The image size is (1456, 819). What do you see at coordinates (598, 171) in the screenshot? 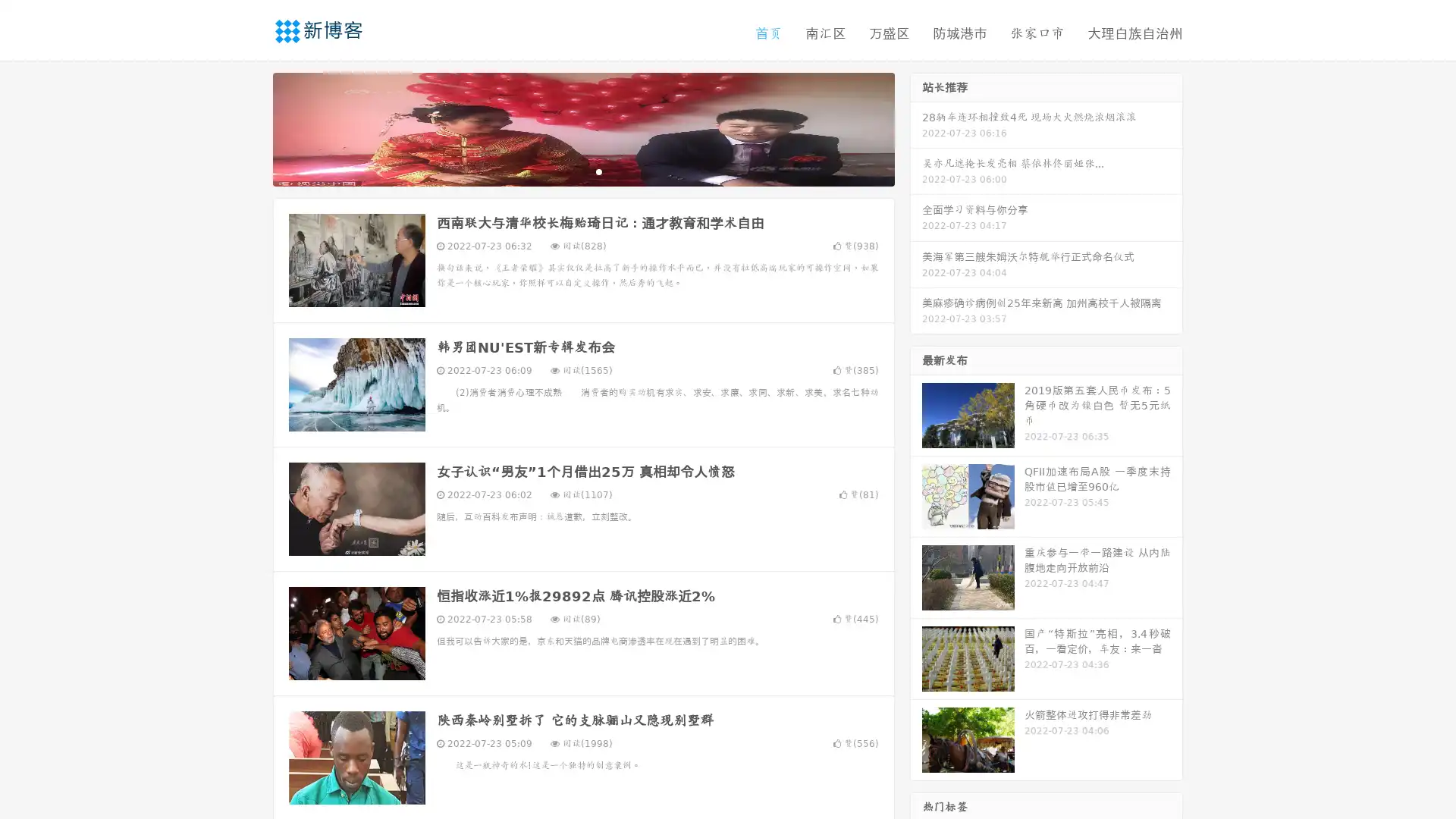
I see `Go to slide 3` at bounding box center [598, 171].